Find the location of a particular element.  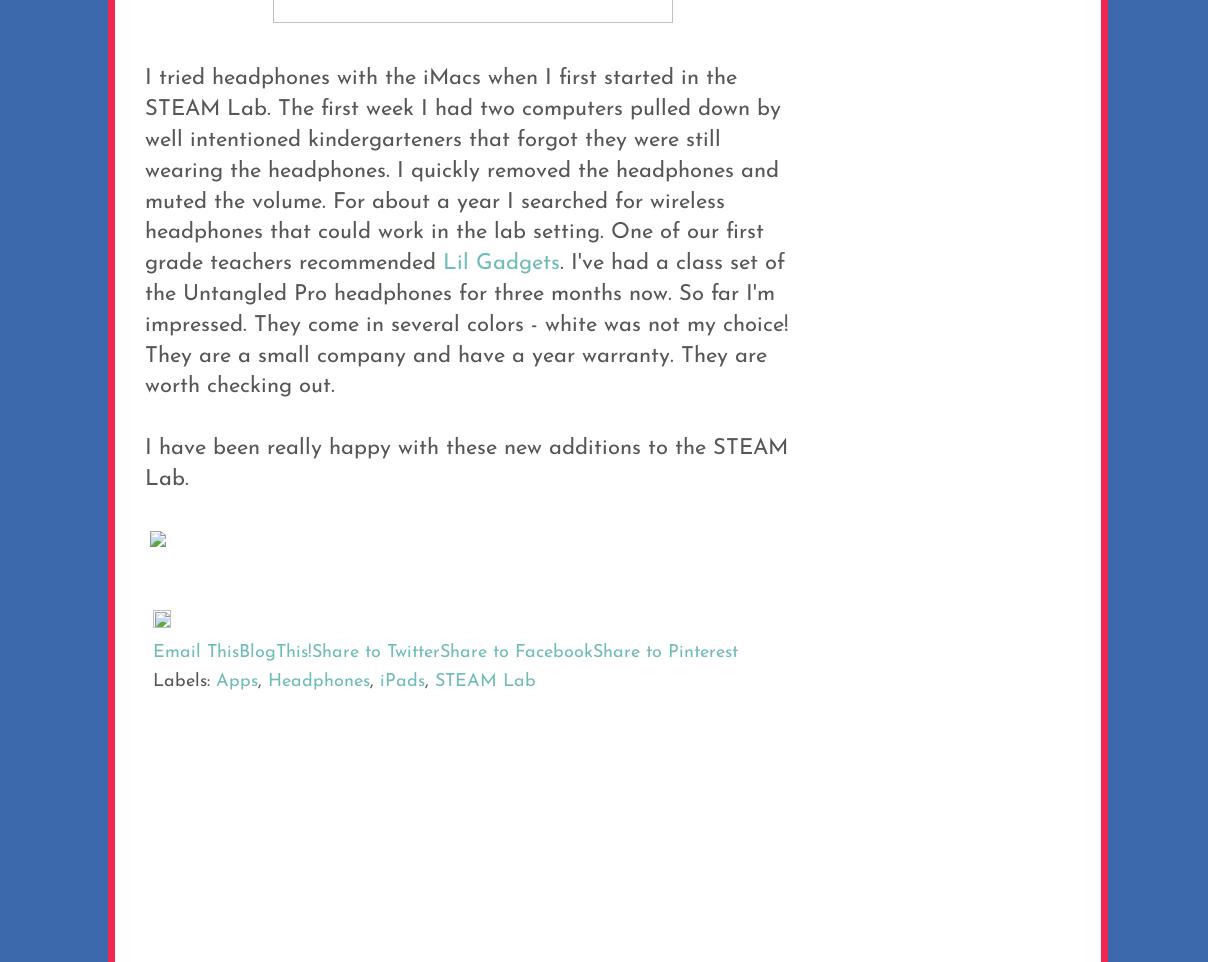

'Share to Facebook' is located at coordinates (516, 652).